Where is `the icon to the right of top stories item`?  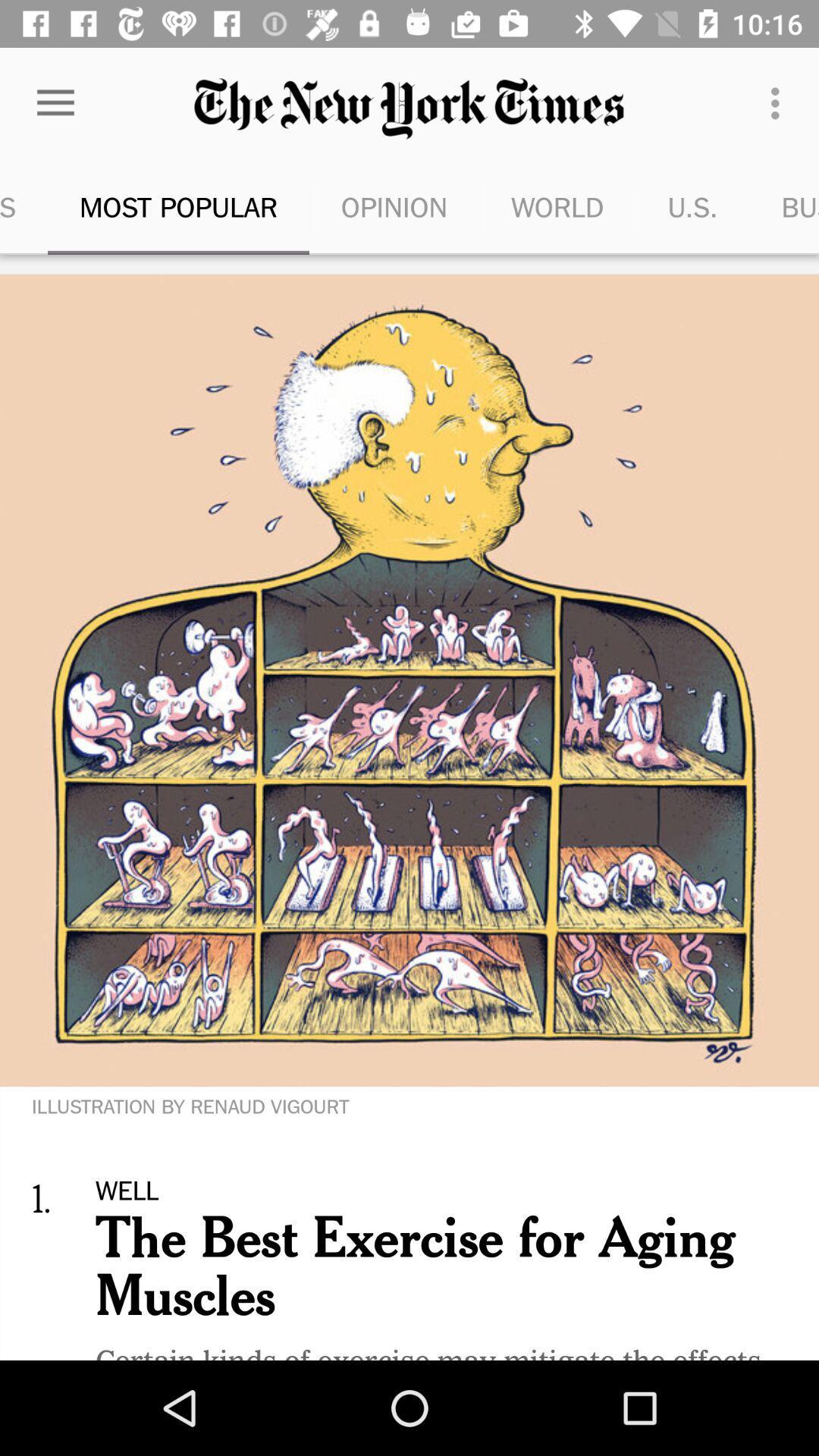 the icon to the right of top stories item is located at coordinates (177, 206).